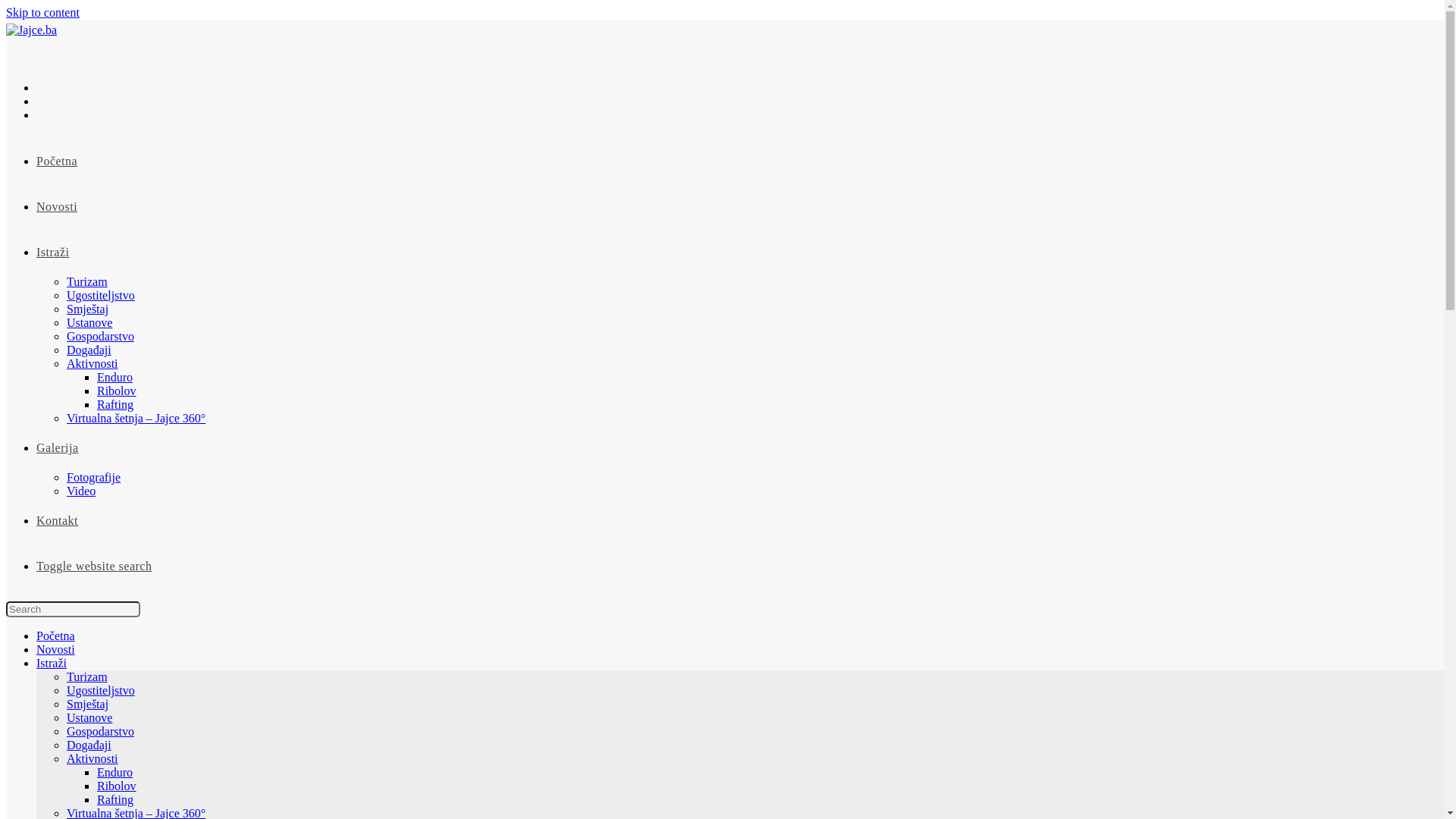  What do you see at coordinates (89, 717) in the screenshot?
I see `'Ustanove'` at bounding box center [89, 717].